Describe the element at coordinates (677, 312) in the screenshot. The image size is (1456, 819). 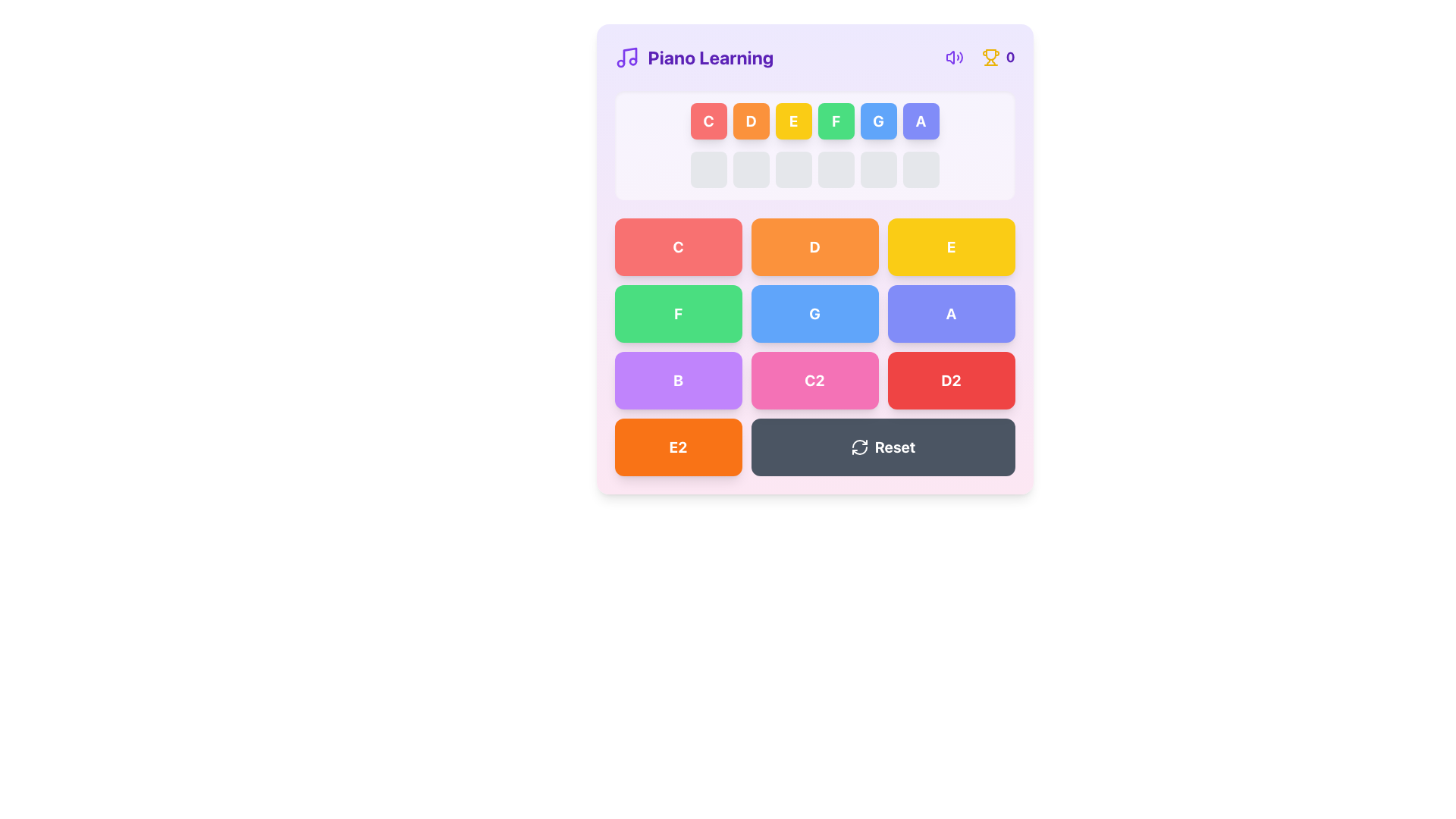
I see `the green button labeled 'F' with rounded corners` at that location.